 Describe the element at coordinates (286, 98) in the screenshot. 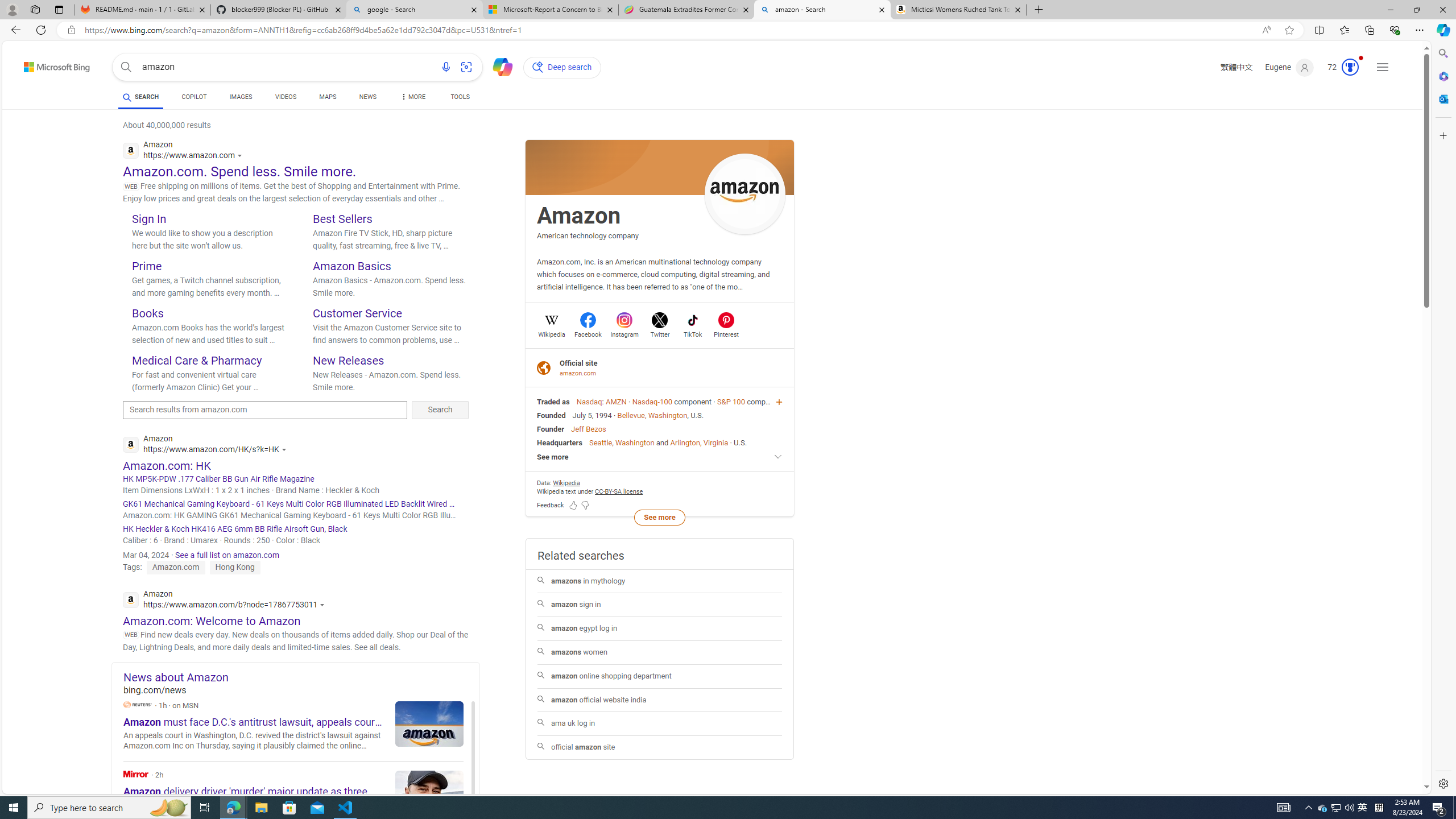

I see `'VIDEOS'` at that location.